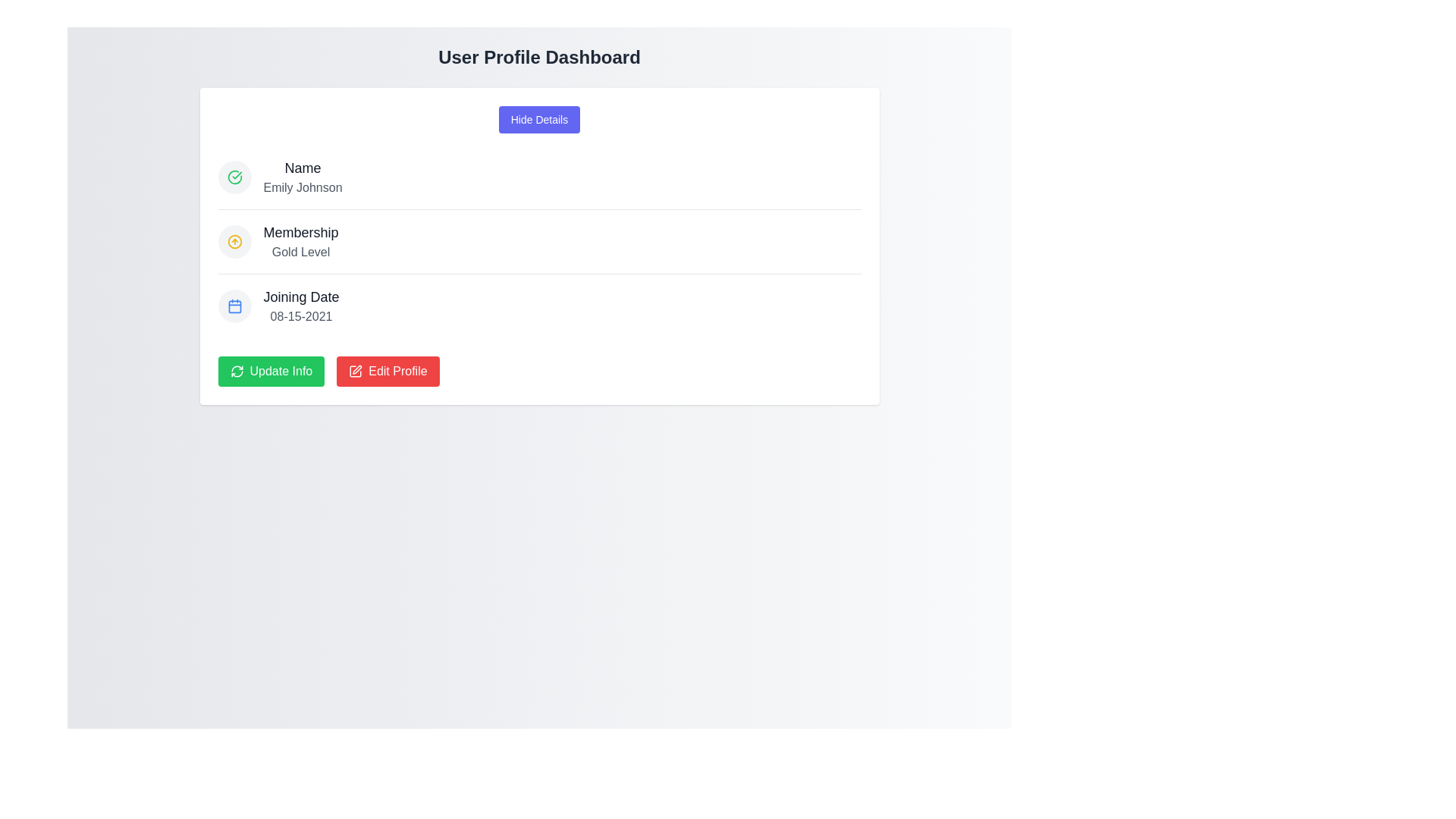 The height and width of the screenshot is (819, 1456). What do you see at coordinates (301, 315) in the screenshot?
I see `the text display showing the date '08-15-2021' located below the label 'Joining Date' in the user profile interface` at bounding box center [301, 315].